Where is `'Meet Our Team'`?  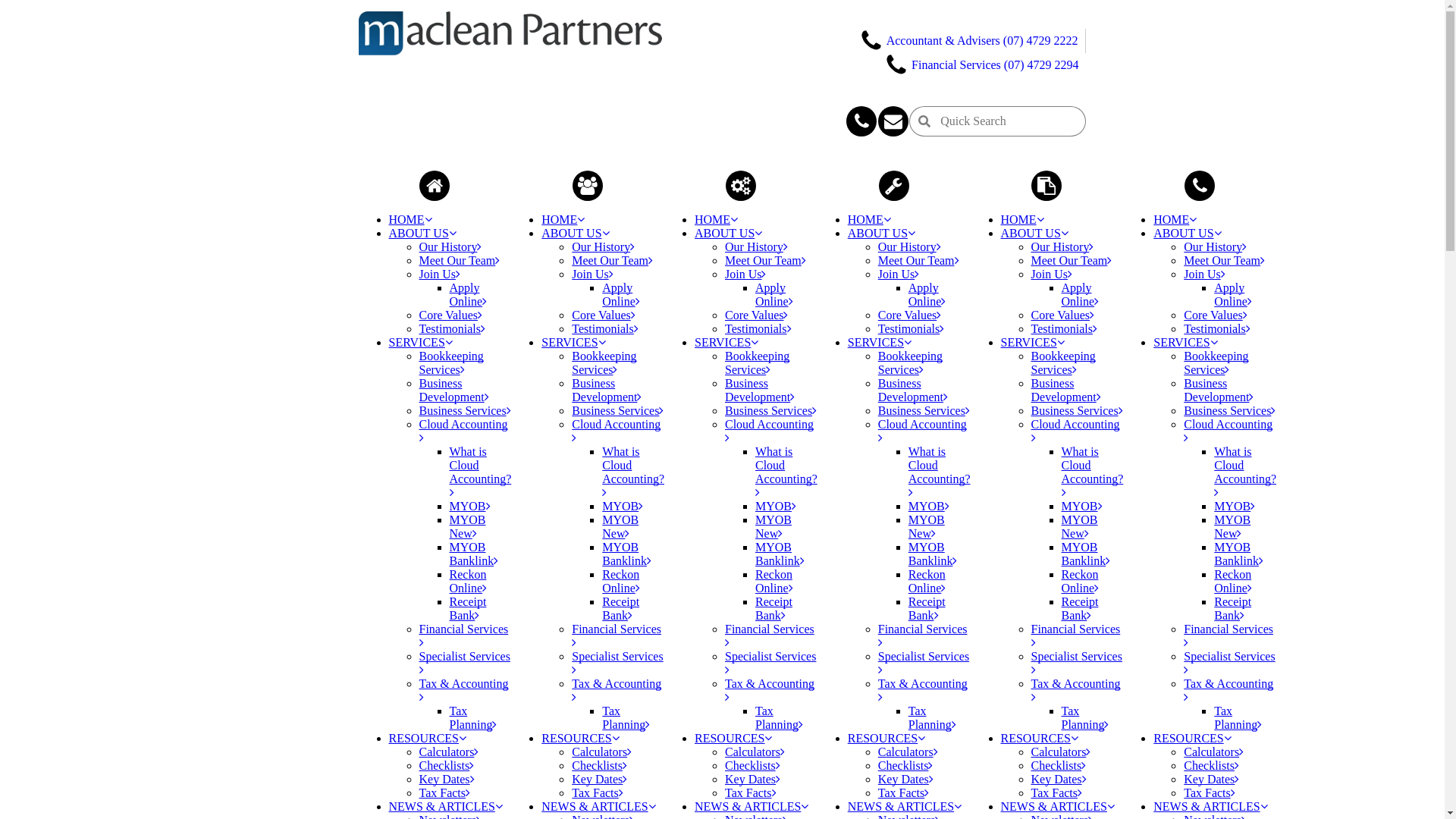
'Meet Our Team' is located at coordinates (612, 259).